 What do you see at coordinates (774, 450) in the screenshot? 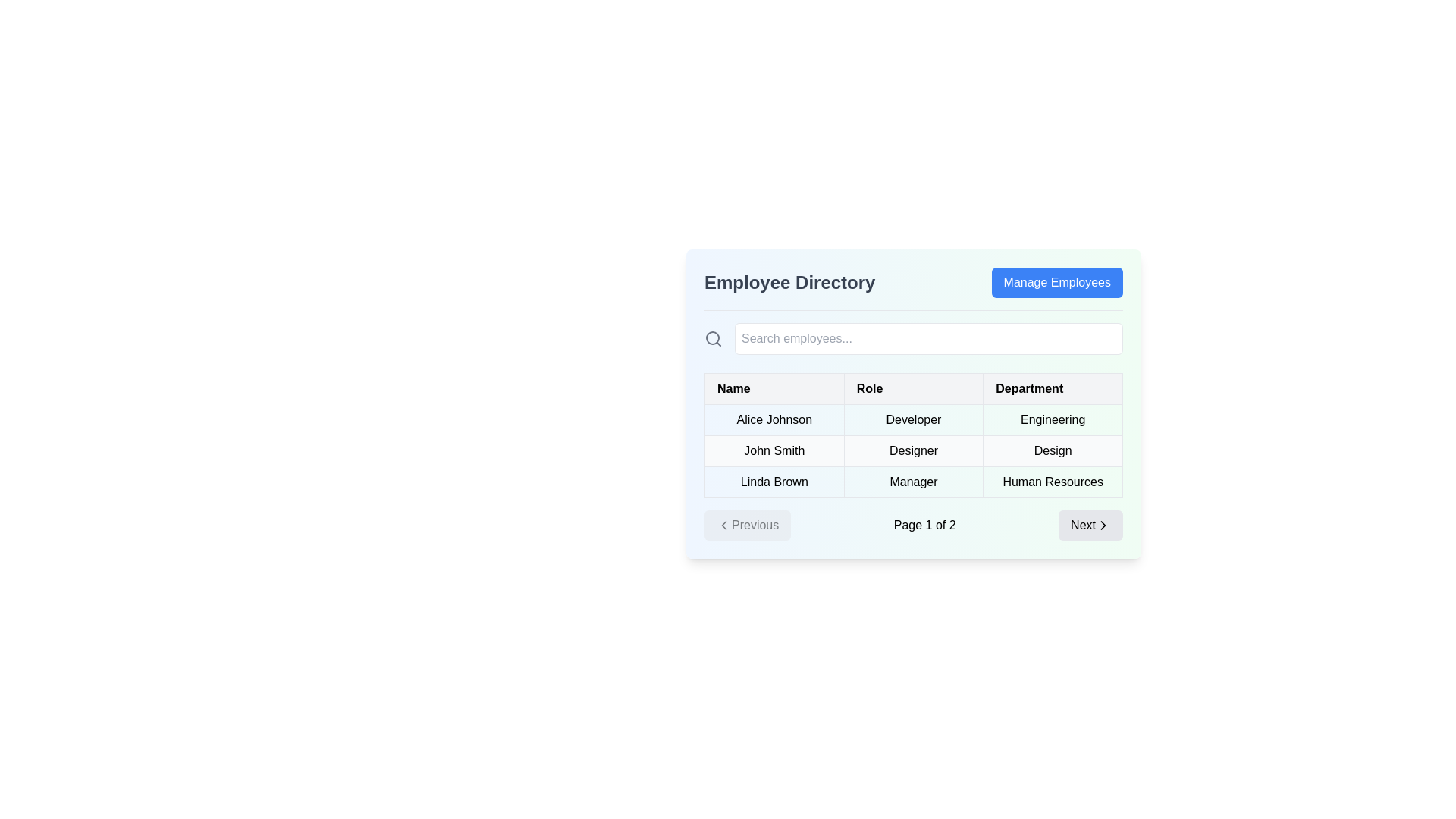
I see `the Table cell displaying the employee's name in the second row and first column under the 'Name' column of the 'Employee Directory' table` at bounding box center [774, 450].